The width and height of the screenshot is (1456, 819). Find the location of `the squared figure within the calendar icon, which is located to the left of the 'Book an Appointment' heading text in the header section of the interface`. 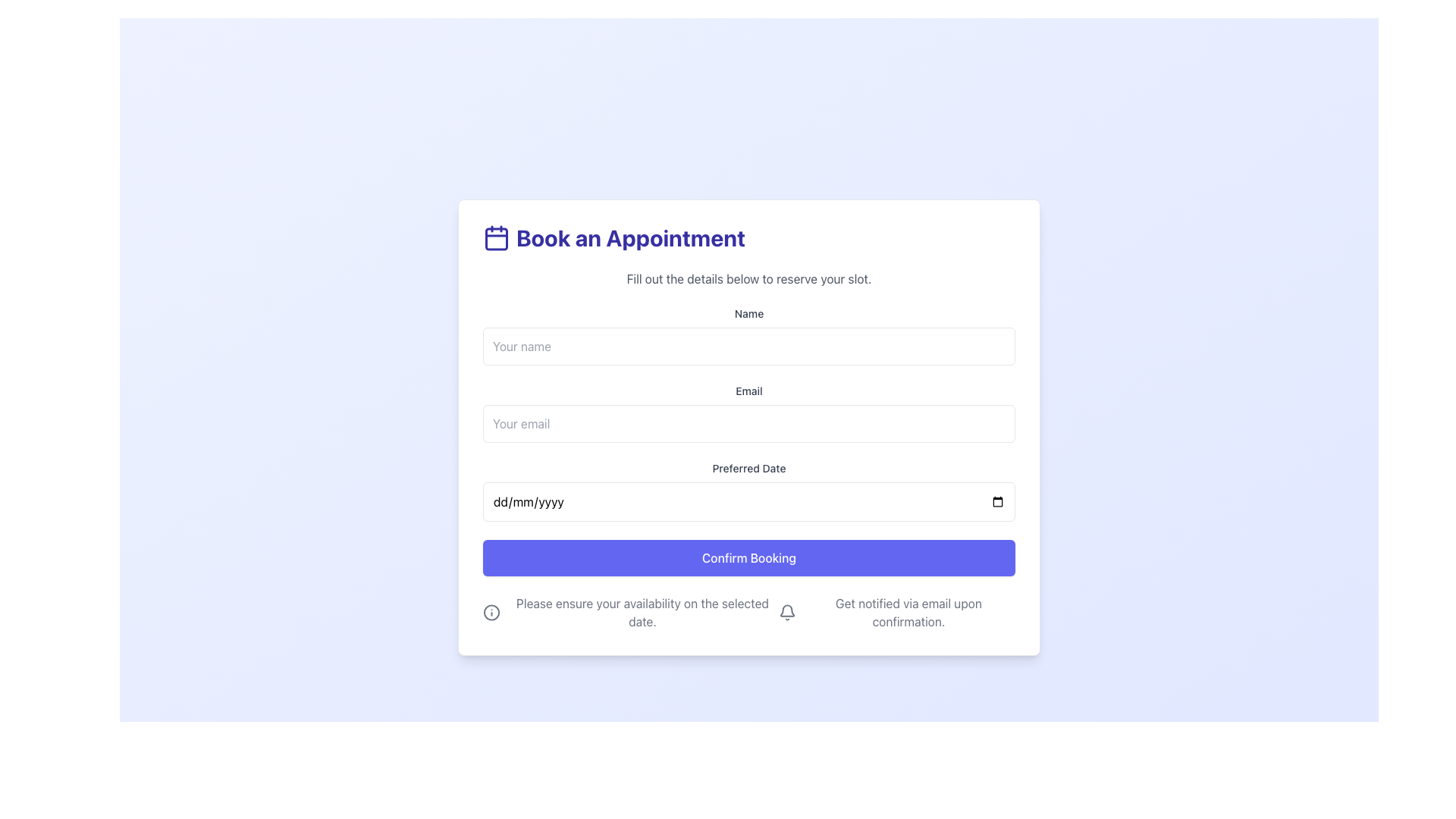

the squared figure within the calendar icon, which is located to the left of the 'Book an Appointment' heading text in the header section of the interface is located at coordinates (496, 239).